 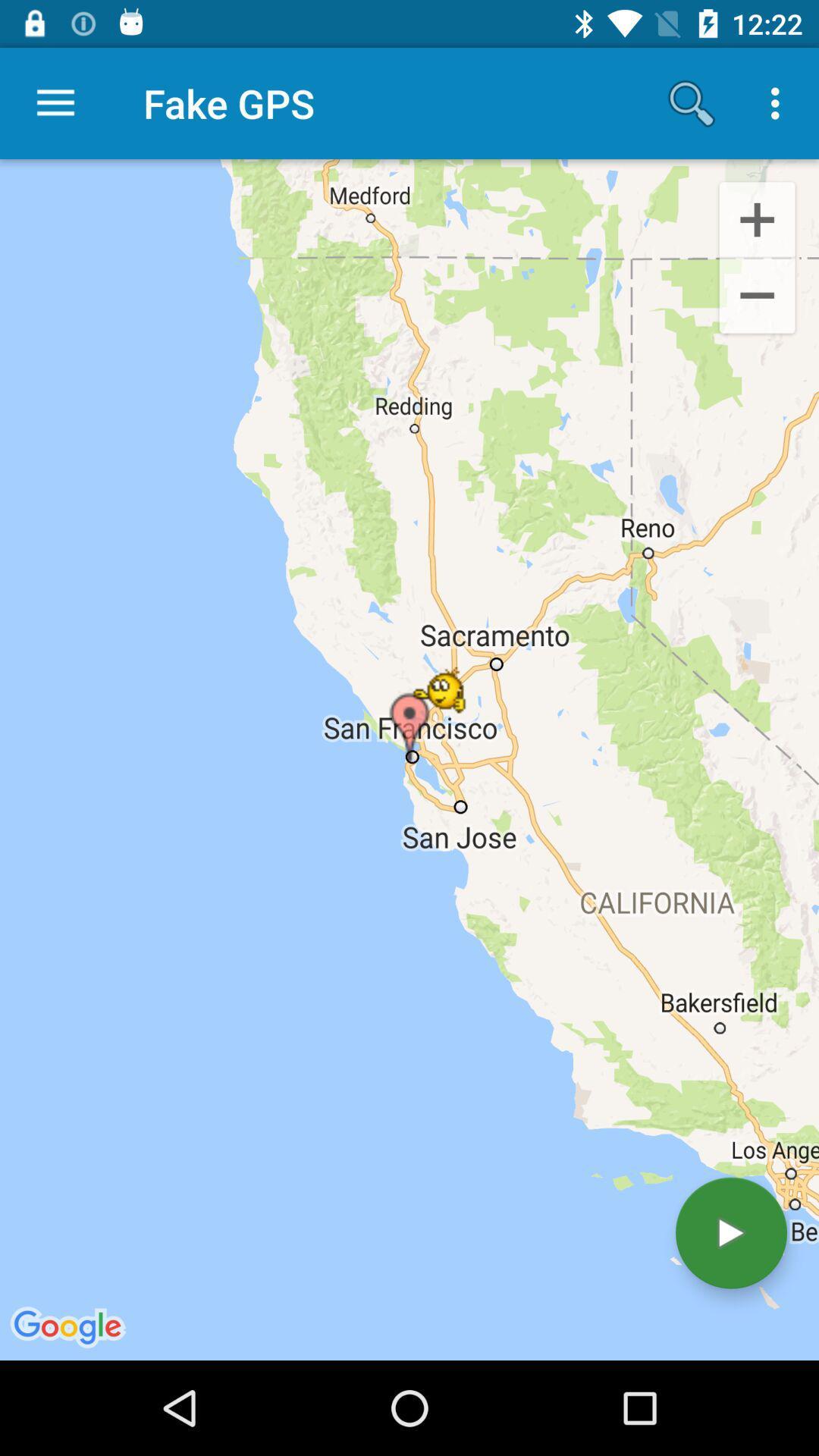 What do you see at coordinates (55, 102) in the screenshot?
I see `item next to the fake gps item` at bounding box center [55, 102].